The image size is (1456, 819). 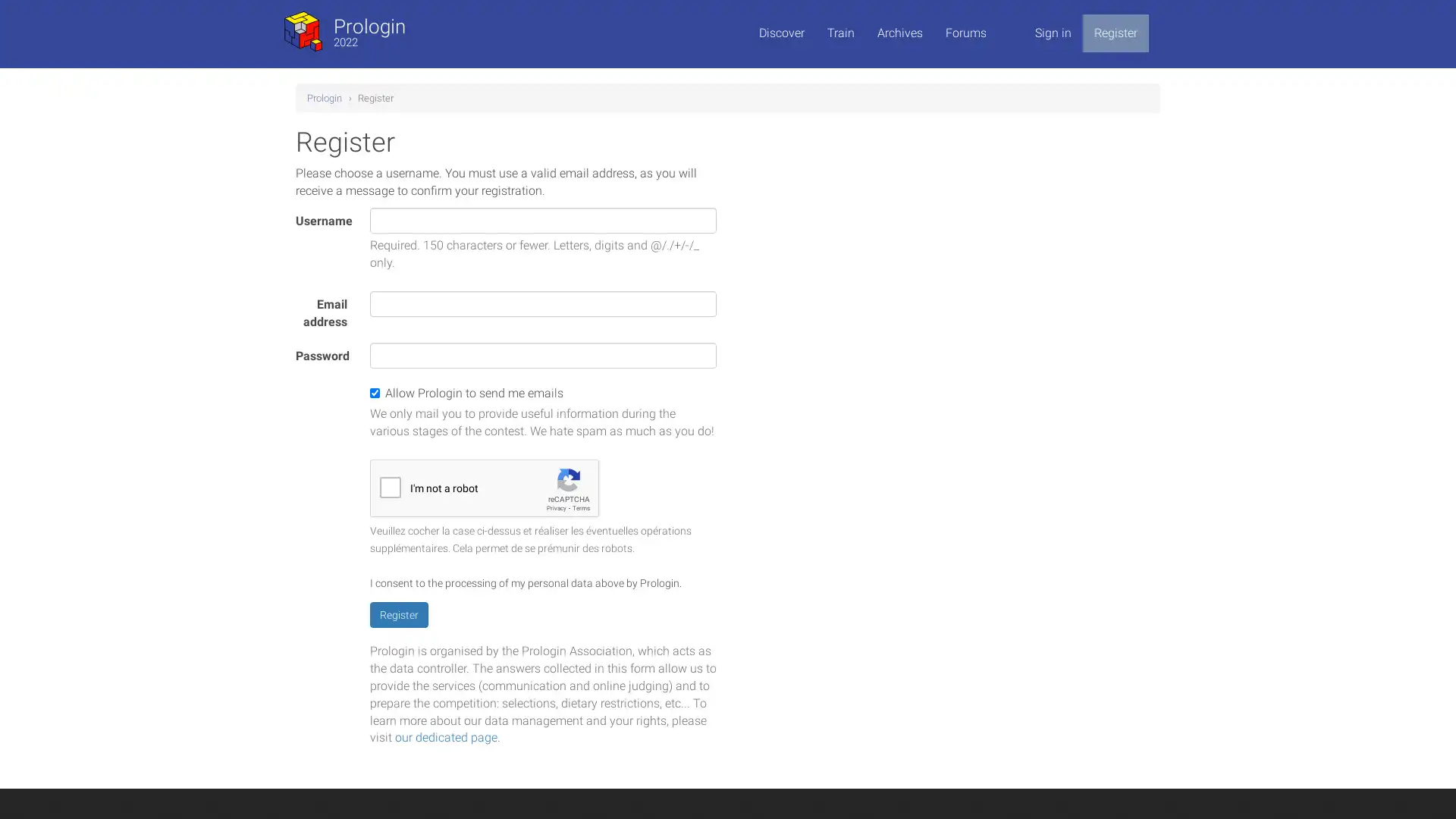 I want to click on Register, so click(x=398, y=614).